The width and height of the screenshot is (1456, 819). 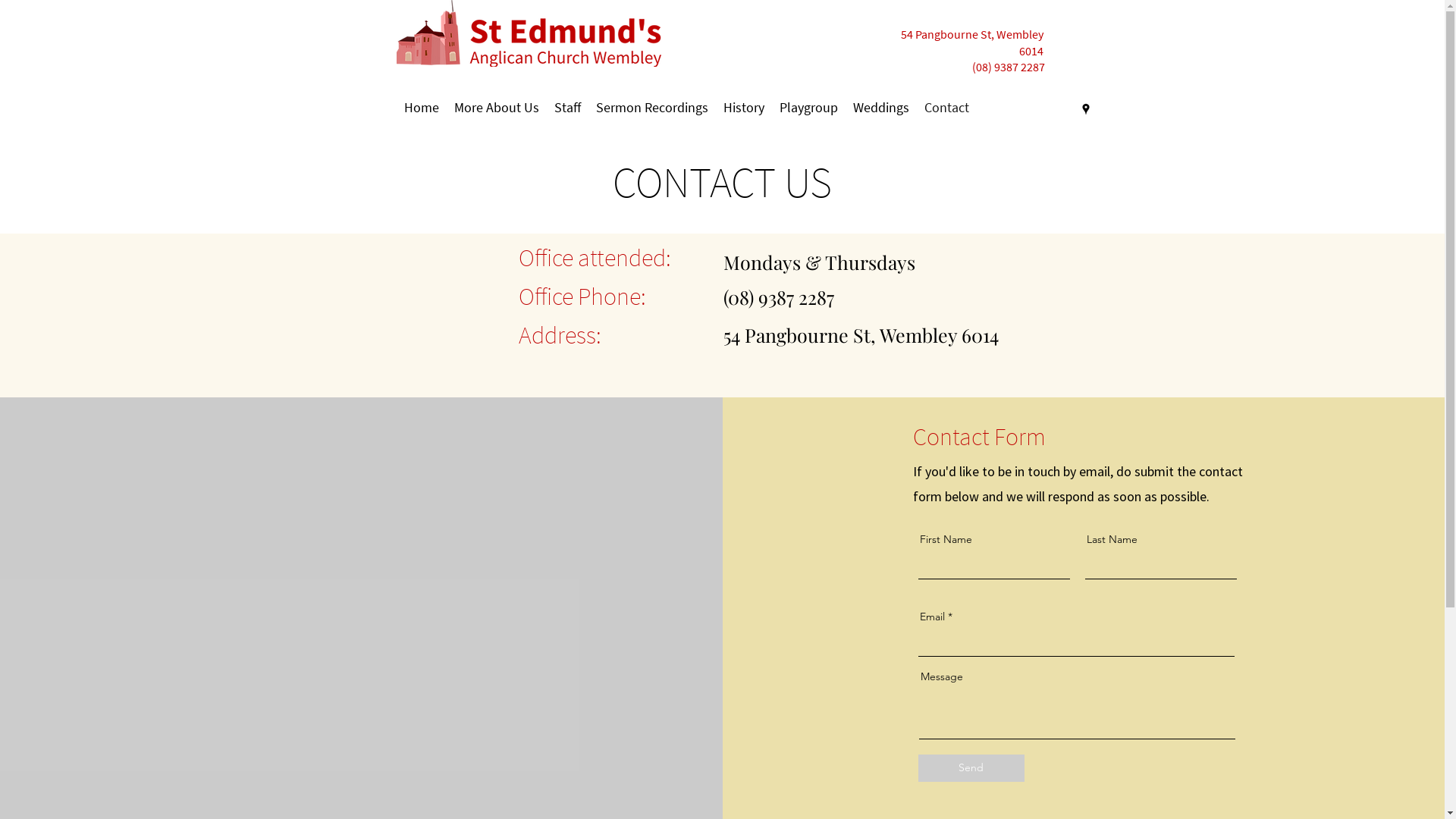 I want to click on 'Staff', so click(x=566, y=107).